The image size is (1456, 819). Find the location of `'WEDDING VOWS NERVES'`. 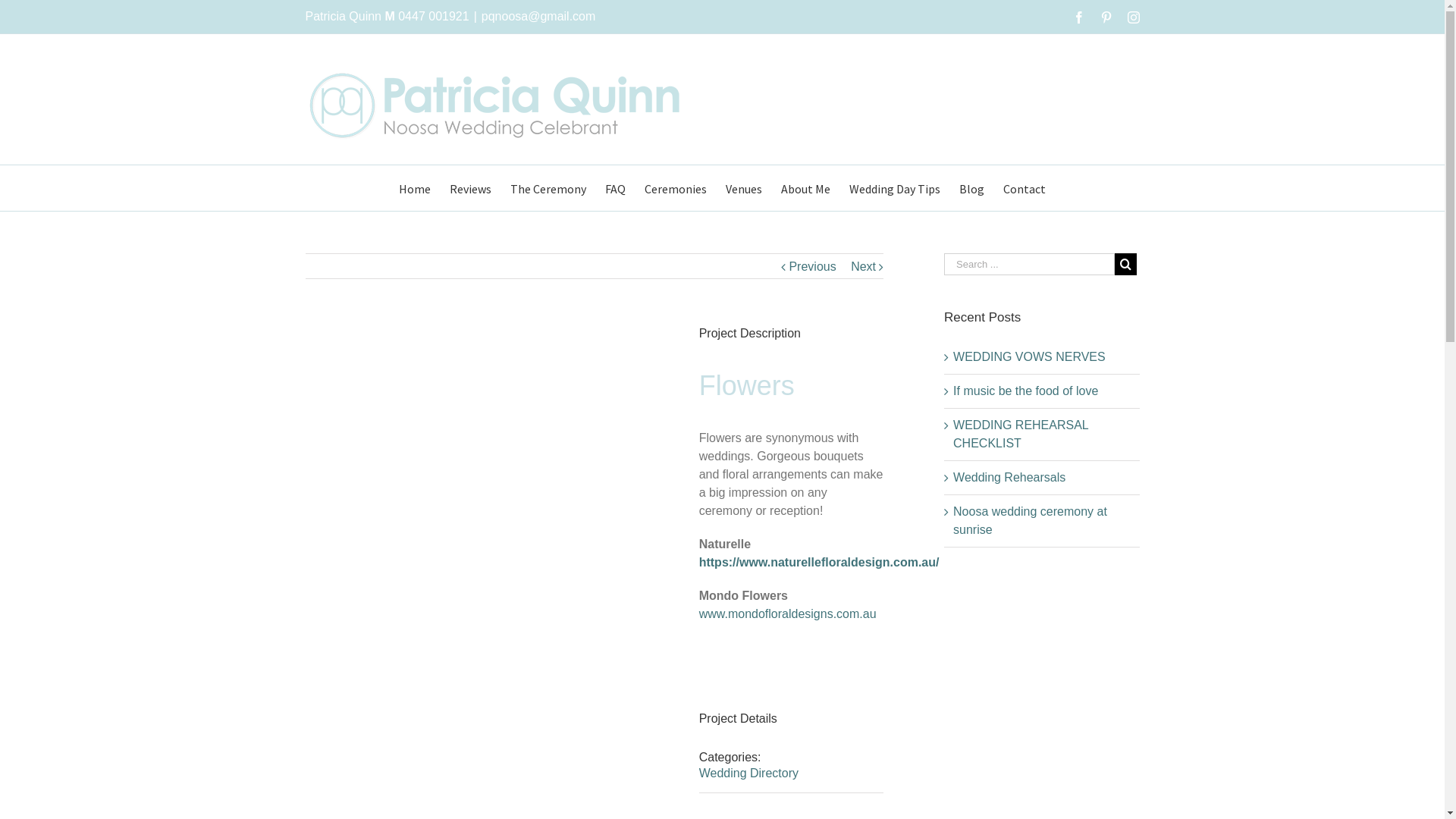

'WEDDING VOWS NERVES' is located at coordinates (952, 356).